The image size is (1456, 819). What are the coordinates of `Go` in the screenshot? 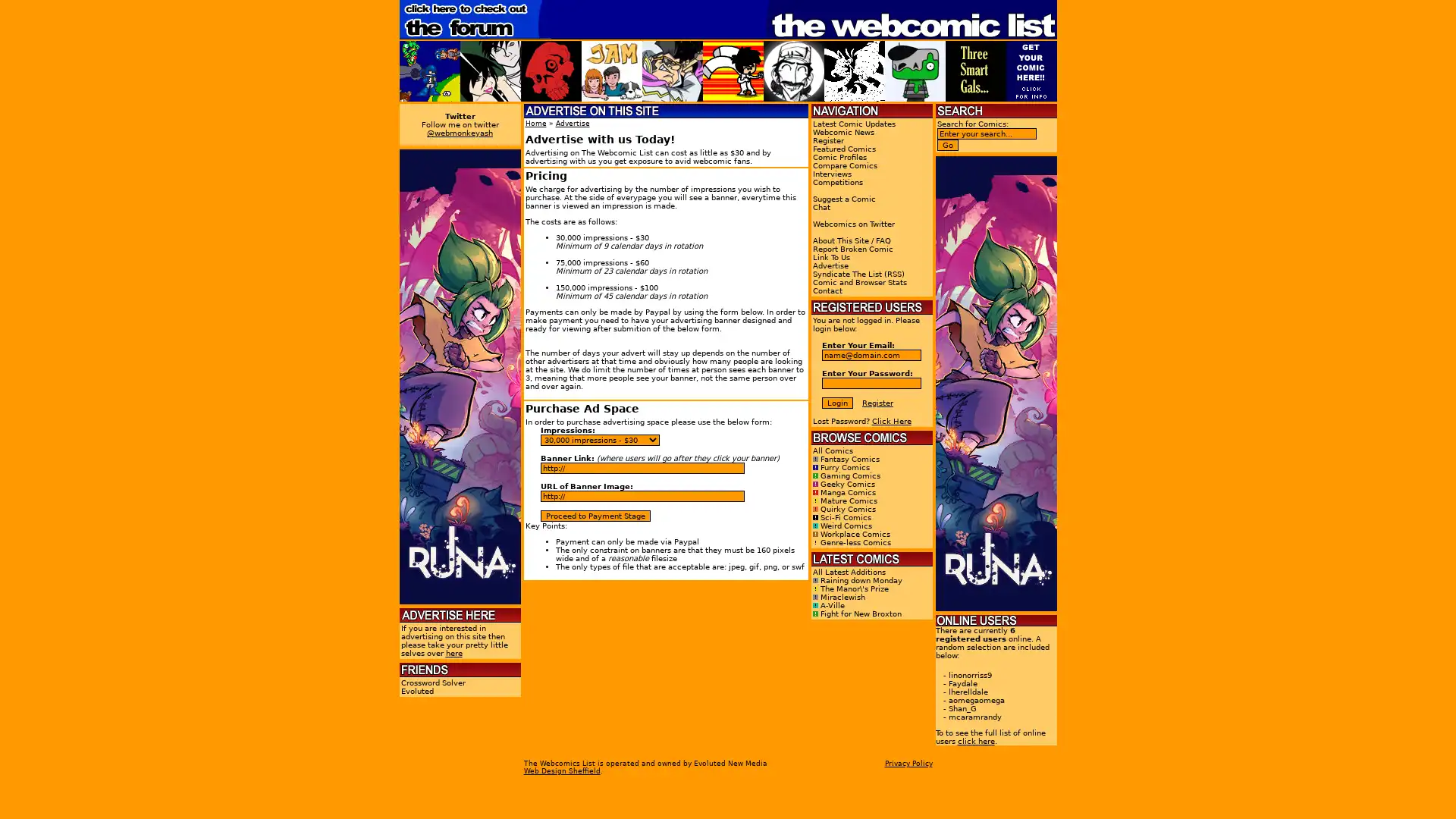 It's located at (946, 145).